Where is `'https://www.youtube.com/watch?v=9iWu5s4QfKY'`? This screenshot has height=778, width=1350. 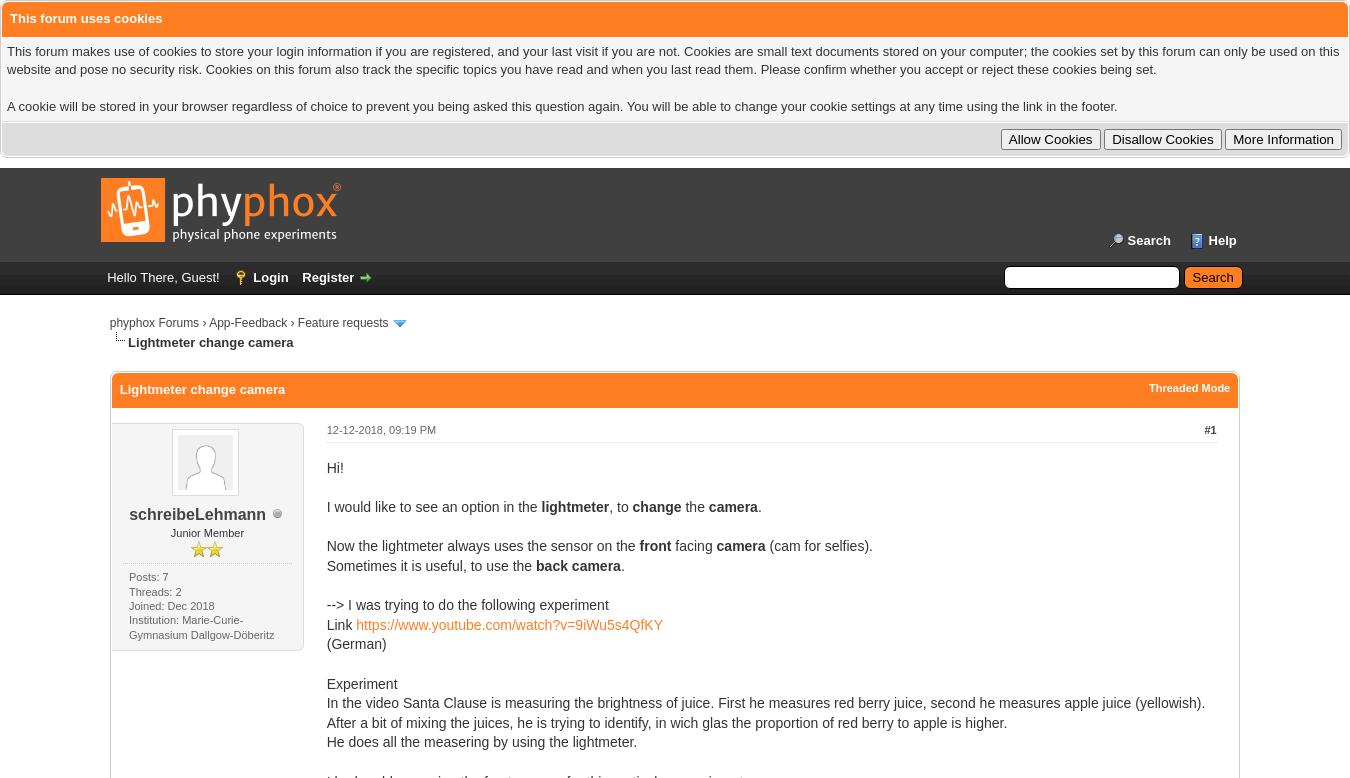 'https://www.youtube.com/watch?v=9iWu5s4QfKY' is located at coordinates (508, 623).